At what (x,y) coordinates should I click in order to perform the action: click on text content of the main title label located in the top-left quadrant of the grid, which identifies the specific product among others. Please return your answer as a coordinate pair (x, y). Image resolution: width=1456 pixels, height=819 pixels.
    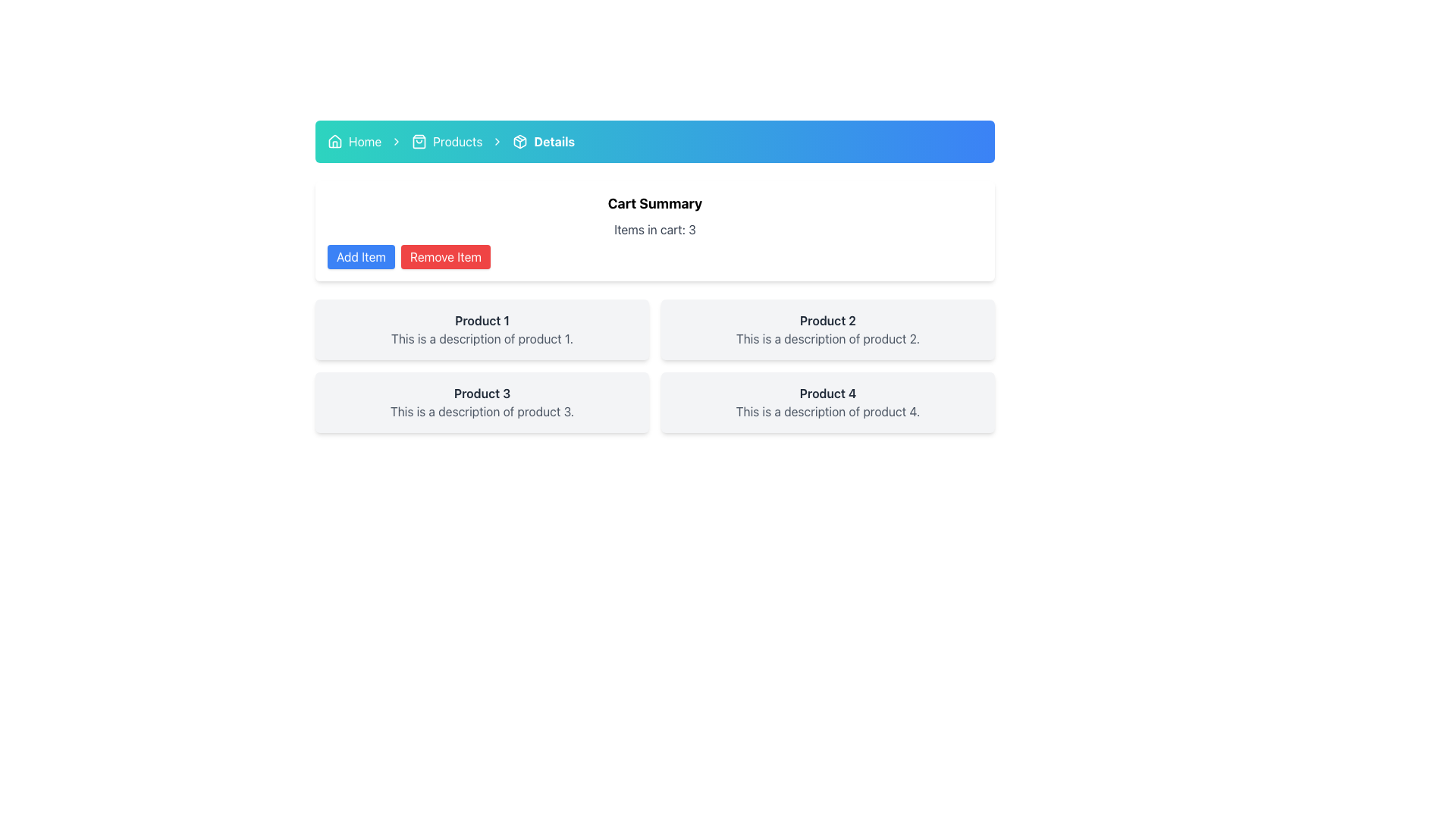
    Looking at the image, I should click on (481, 320).